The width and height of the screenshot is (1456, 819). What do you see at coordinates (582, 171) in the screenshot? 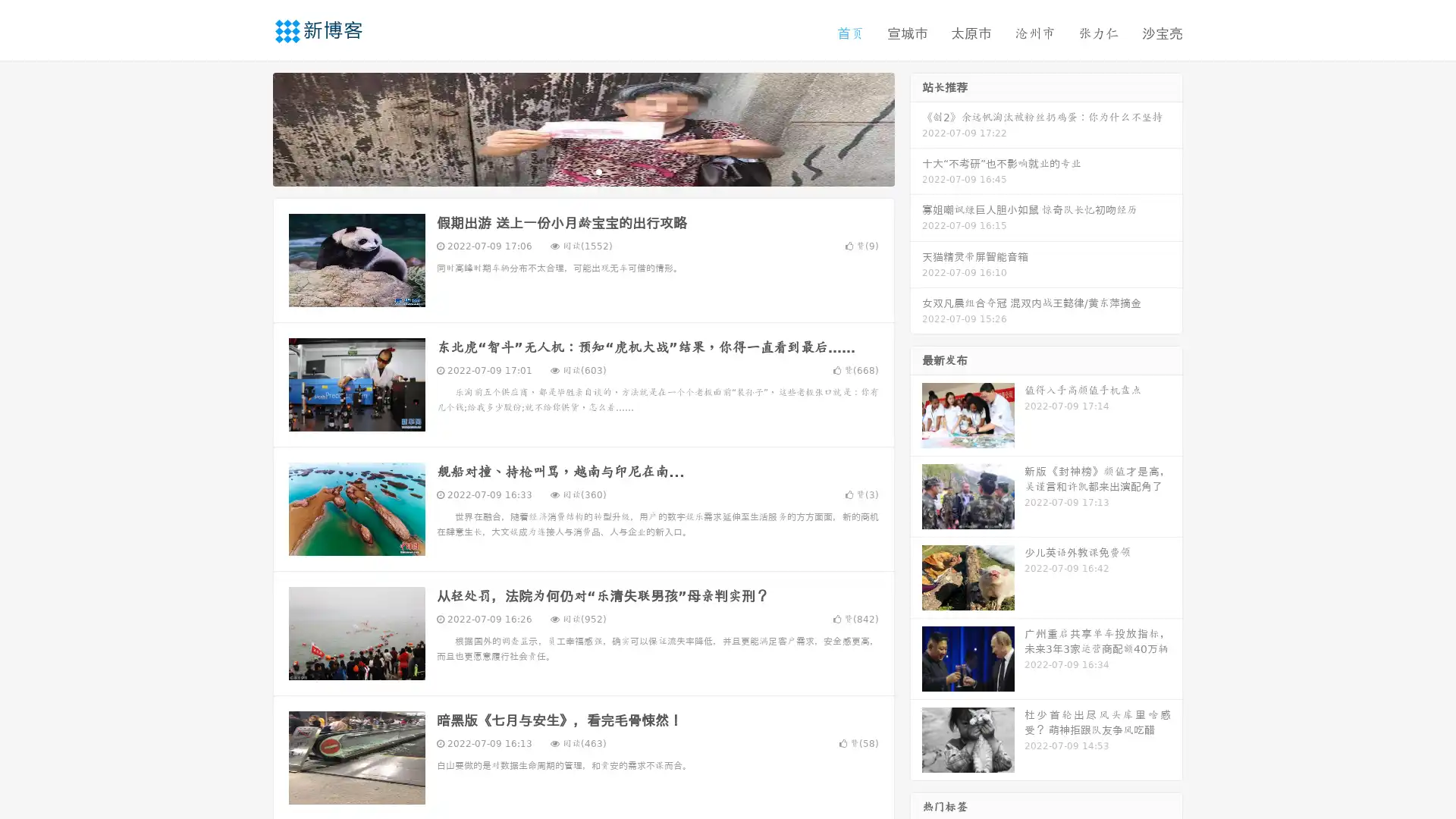
I see `Go to slide 2` at bounding box center [582, 171].